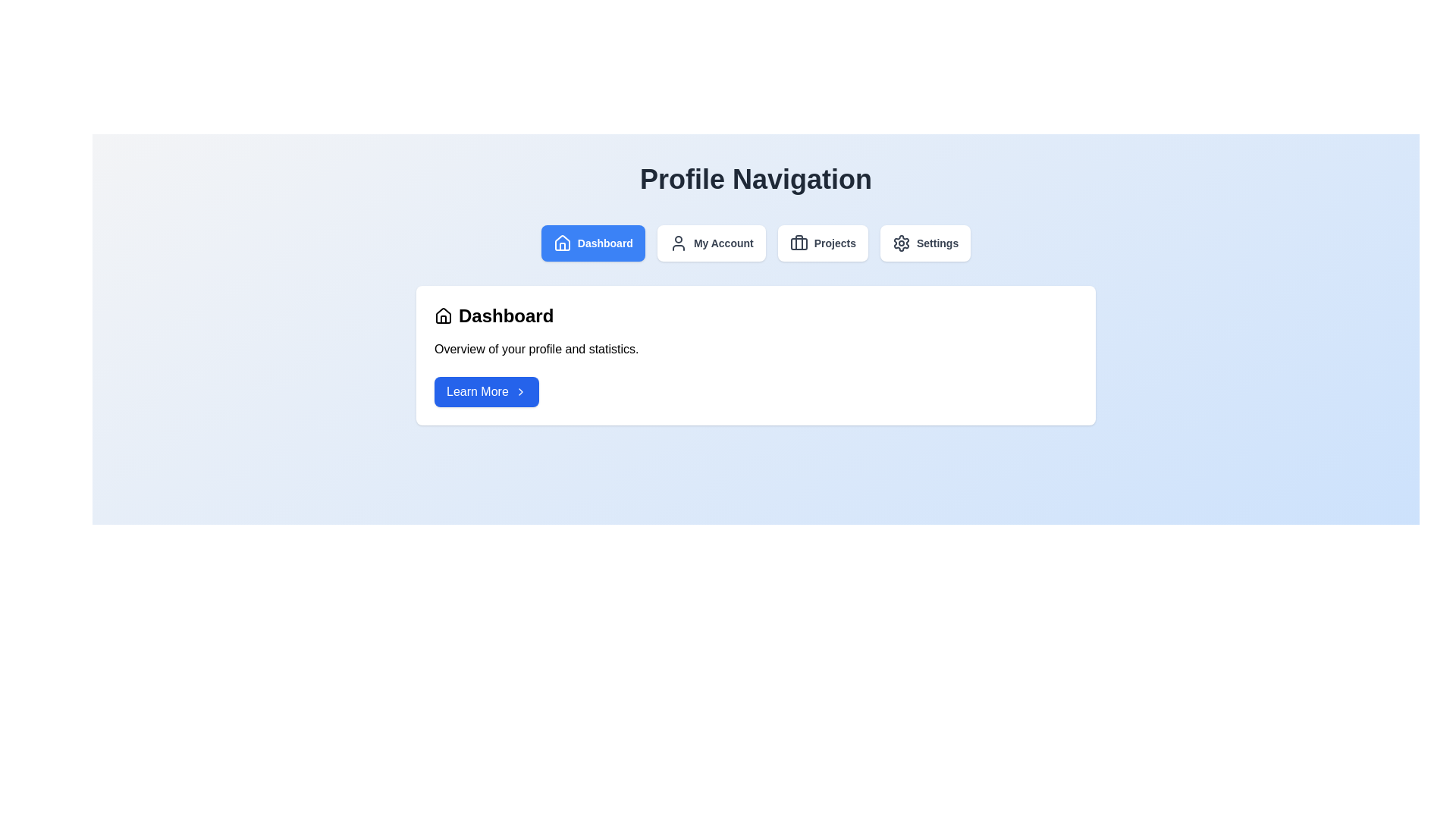 This screenshot has height=819, width=1456. What do you see at coordinates (711, 242) in the screenshot?
I see `the 'My Account' button, which is a rectangular button with bold, dark-gray text and a user profile icon, located between the 'Dashboard' and 'Projects' buttons` at bounding box center [711, 242].